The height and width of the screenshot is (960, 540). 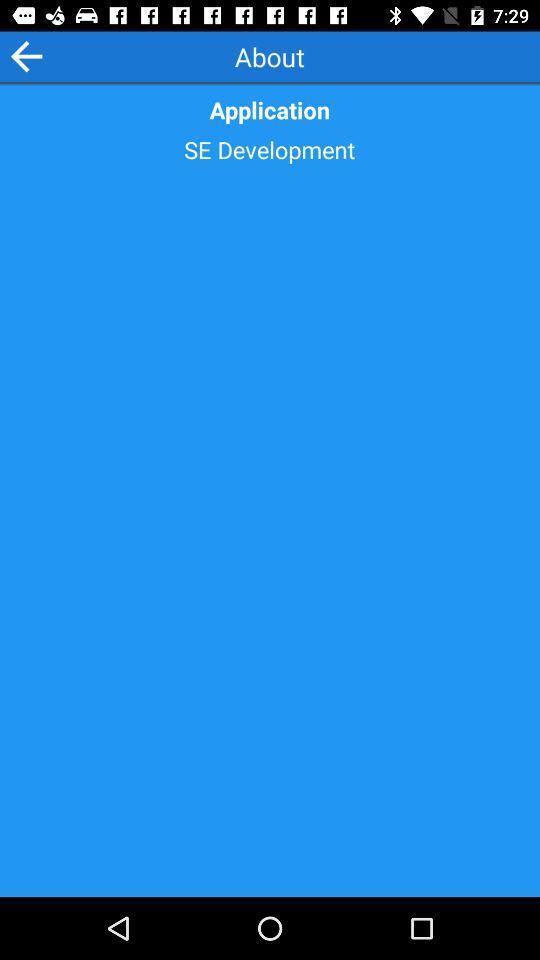 I want to click on the arrow_backward icon, so click(x=25, y=55).